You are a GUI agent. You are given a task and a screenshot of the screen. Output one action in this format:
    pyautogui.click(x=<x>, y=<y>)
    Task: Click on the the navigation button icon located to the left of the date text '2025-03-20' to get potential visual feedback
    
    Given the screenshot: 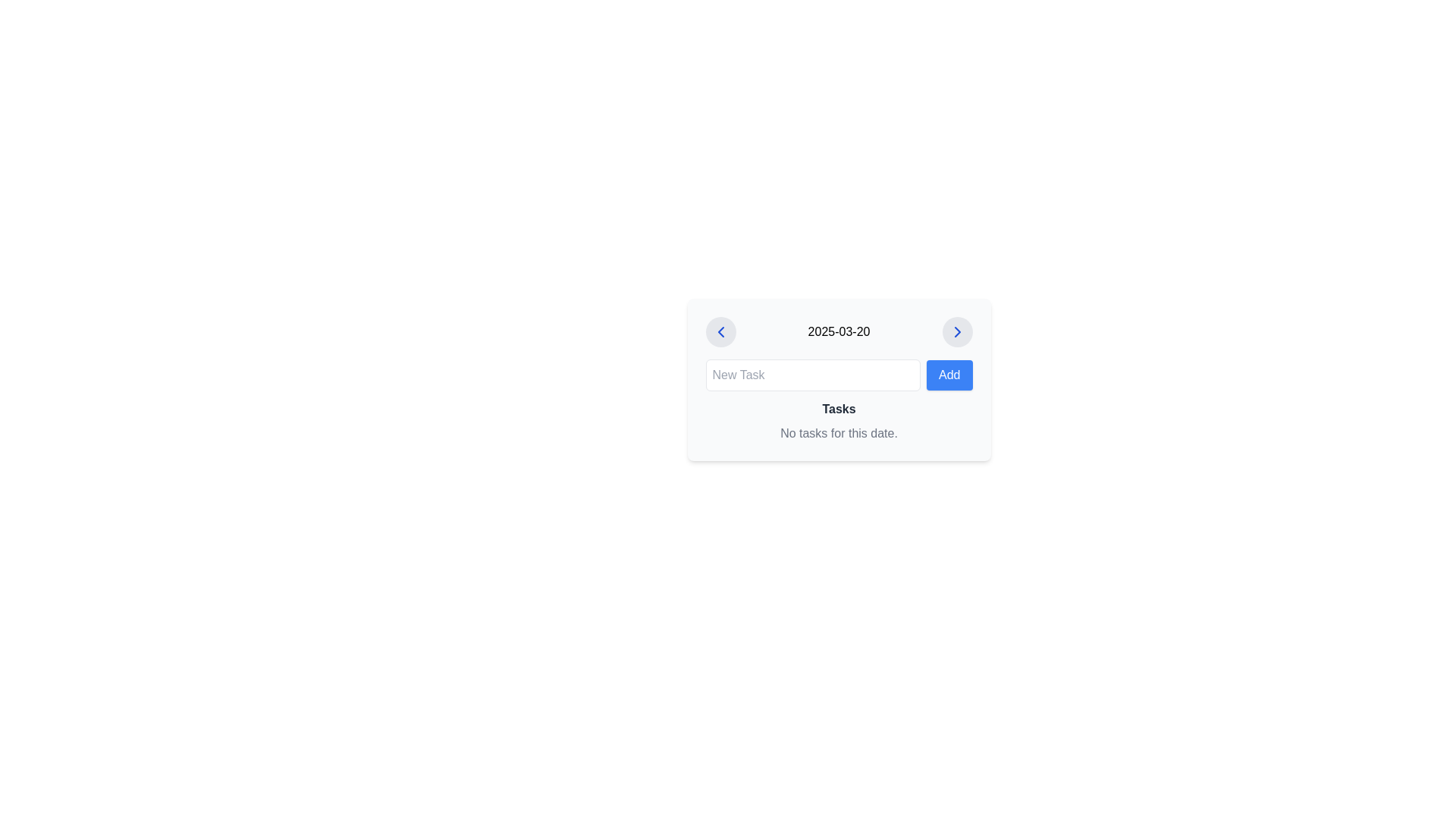 What is the action you would take?
    pyautogui.click(x=720, y=331)
    